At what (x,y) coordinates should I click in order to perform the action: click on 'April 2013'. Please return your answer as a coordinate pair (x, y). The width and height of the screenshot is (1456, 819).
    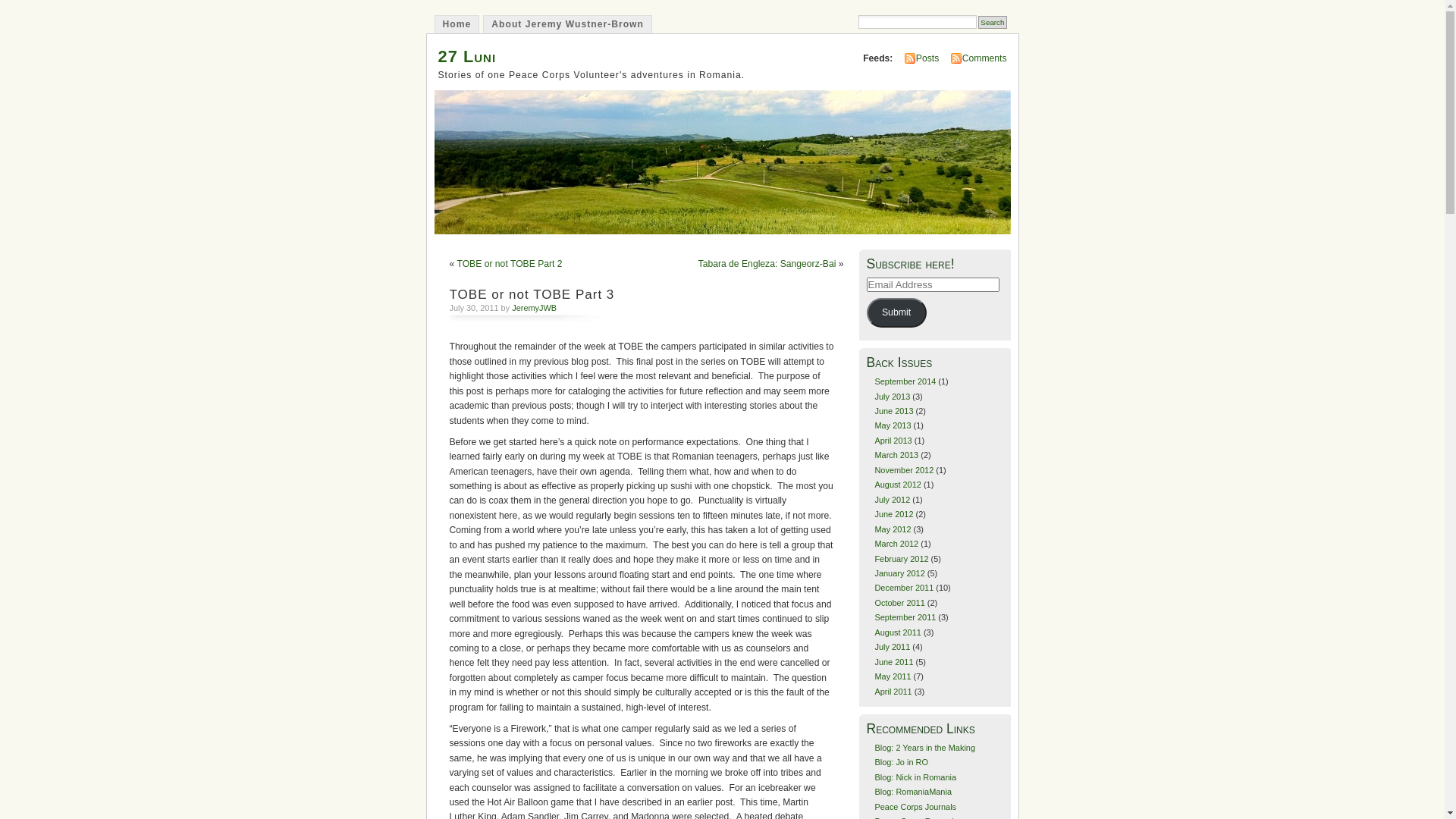
    Looking at the image, I should click on (874, 441).